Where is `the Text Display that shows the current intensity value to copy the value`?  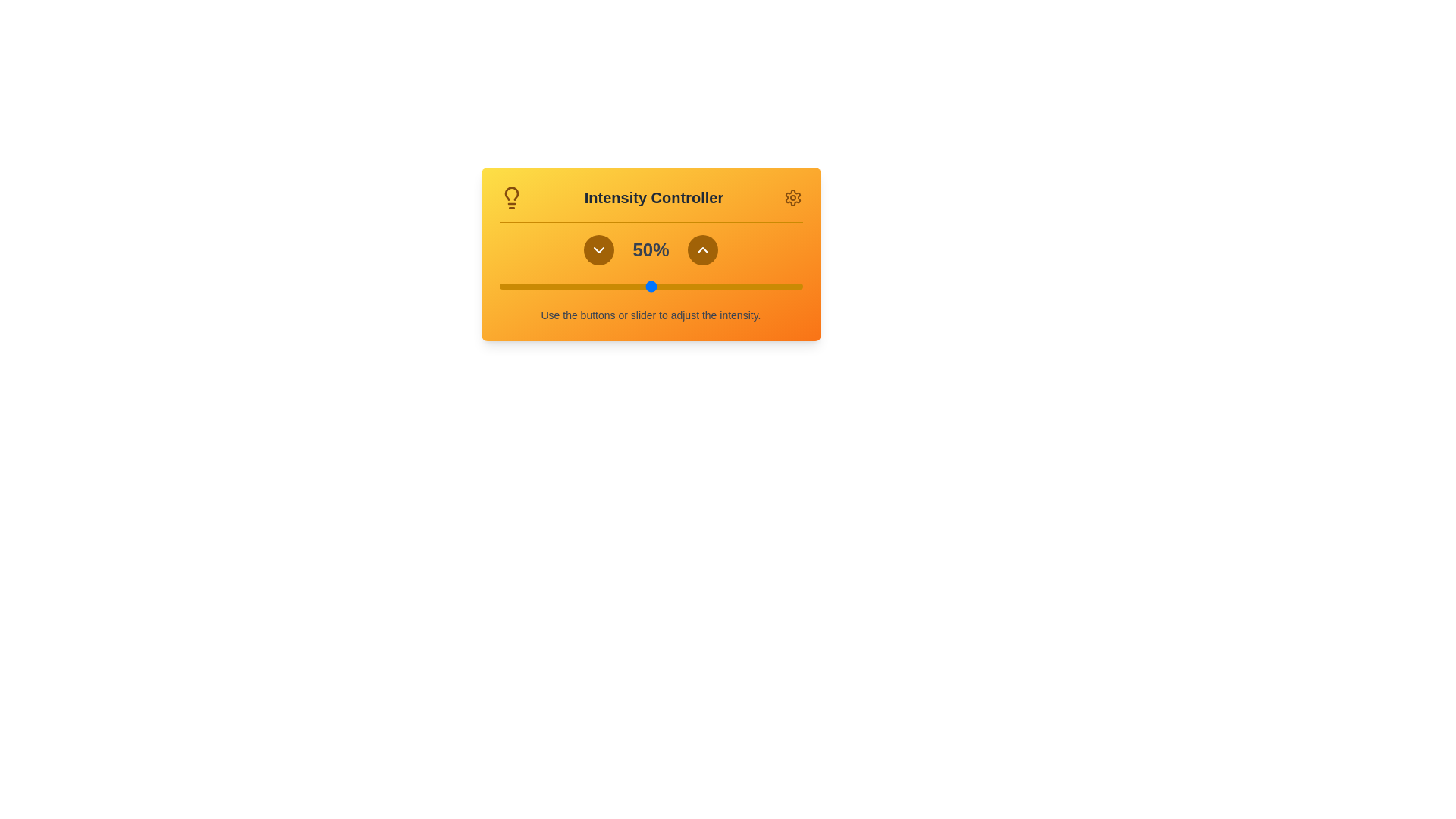 the Text Display that shows the current intensity value to copy the value is located at coordinates (651, 249).